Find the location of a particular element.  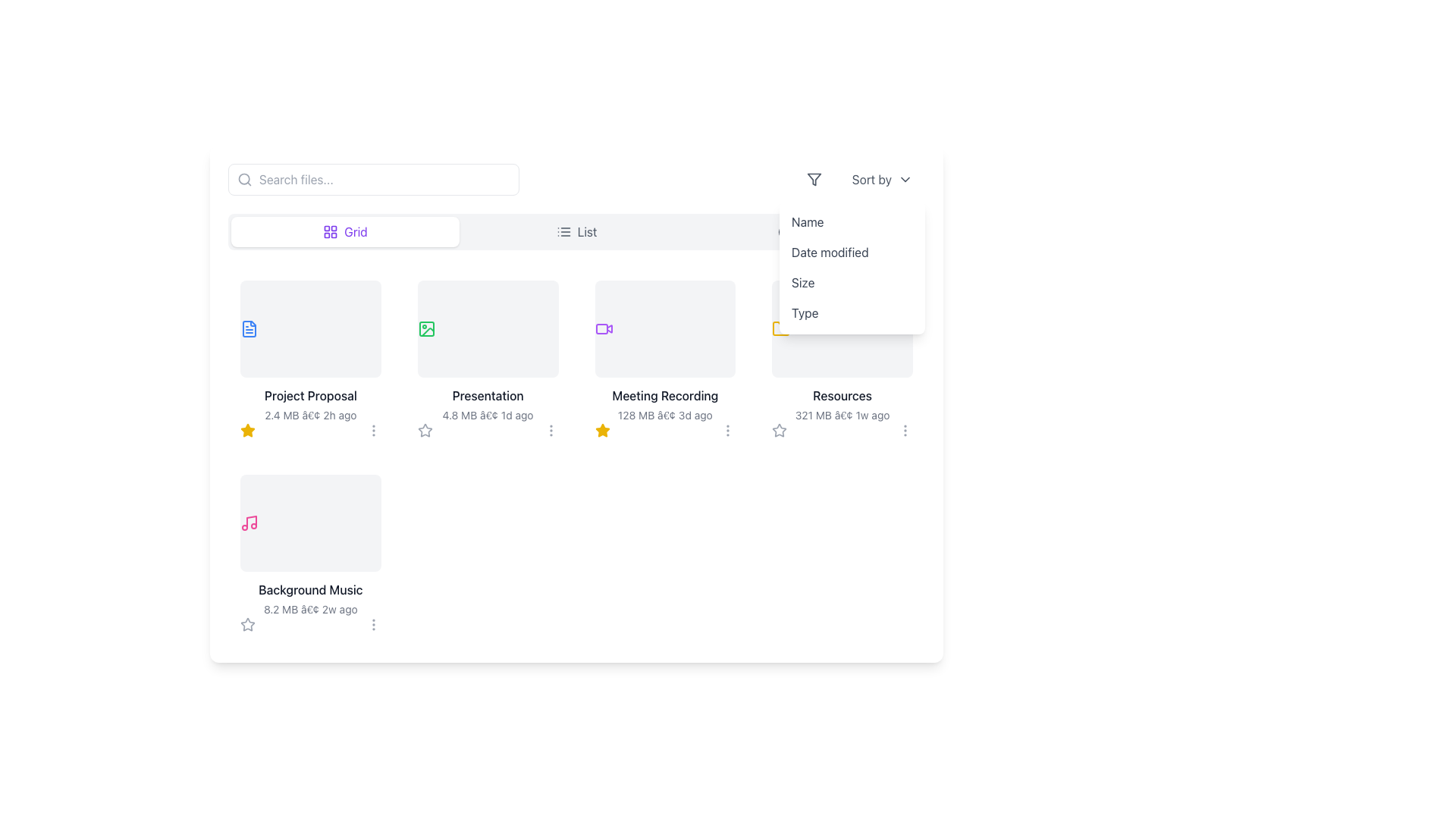

the static text label that displays the file size (128 MB) and last modified time (3 days ago) located at the bottom of the 'Meeting Recording' card, below the title text is located at coordinates (665, 415).